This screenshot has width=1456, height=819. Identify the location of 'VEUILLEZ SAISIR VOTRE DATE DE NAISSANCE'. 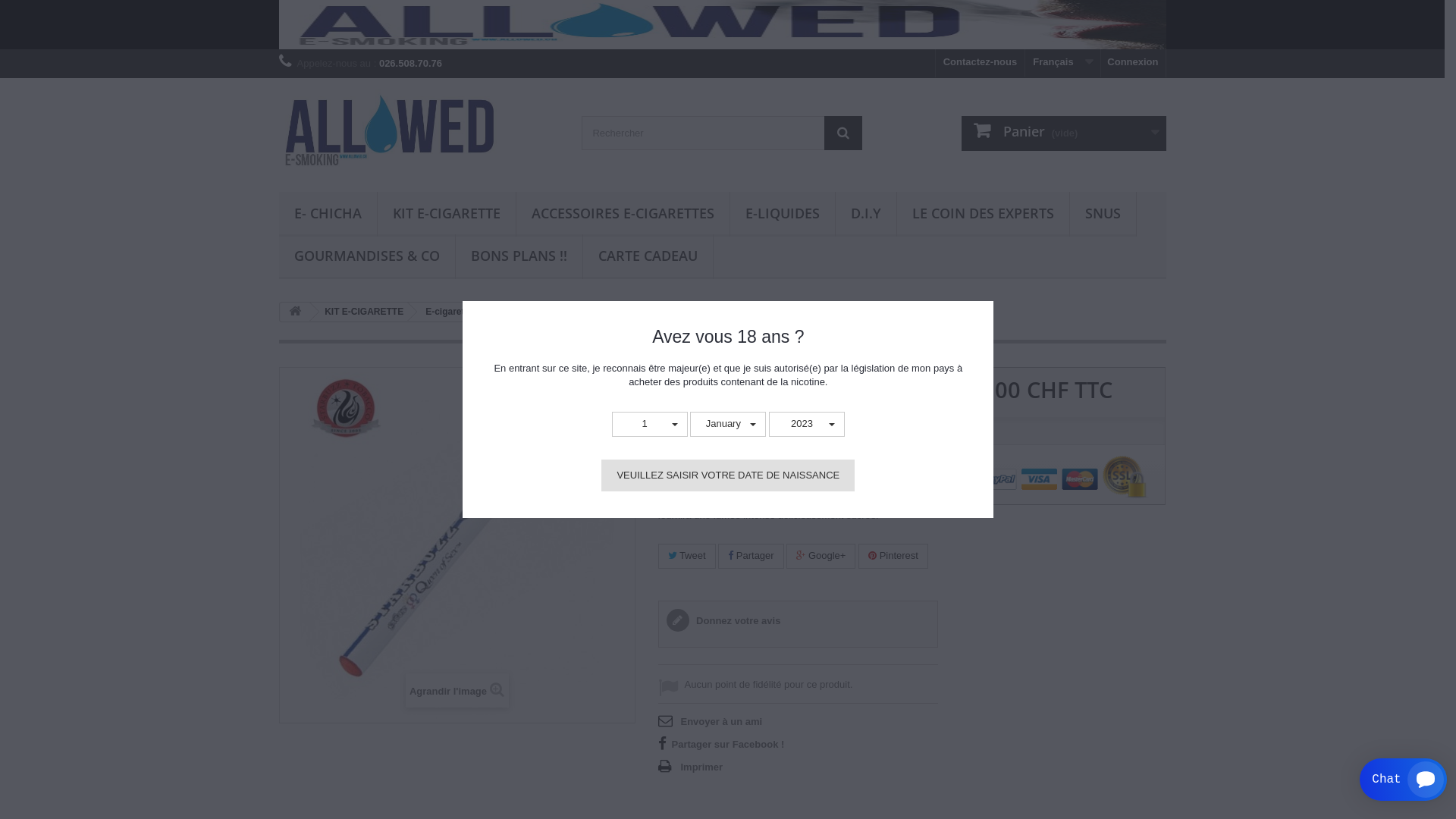
(728, 475).